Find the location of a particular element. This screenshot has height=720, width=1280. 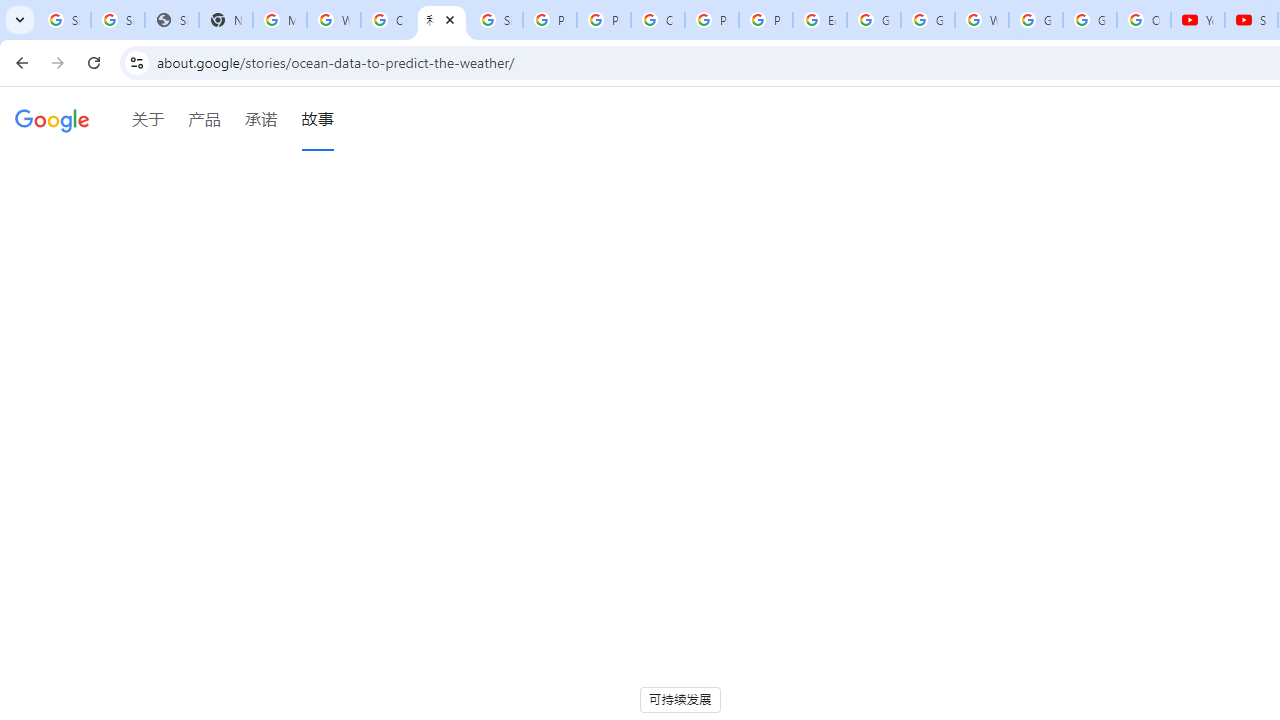

'Who is my administrator? - Google Account Help' is located at coordinates (334, 20).